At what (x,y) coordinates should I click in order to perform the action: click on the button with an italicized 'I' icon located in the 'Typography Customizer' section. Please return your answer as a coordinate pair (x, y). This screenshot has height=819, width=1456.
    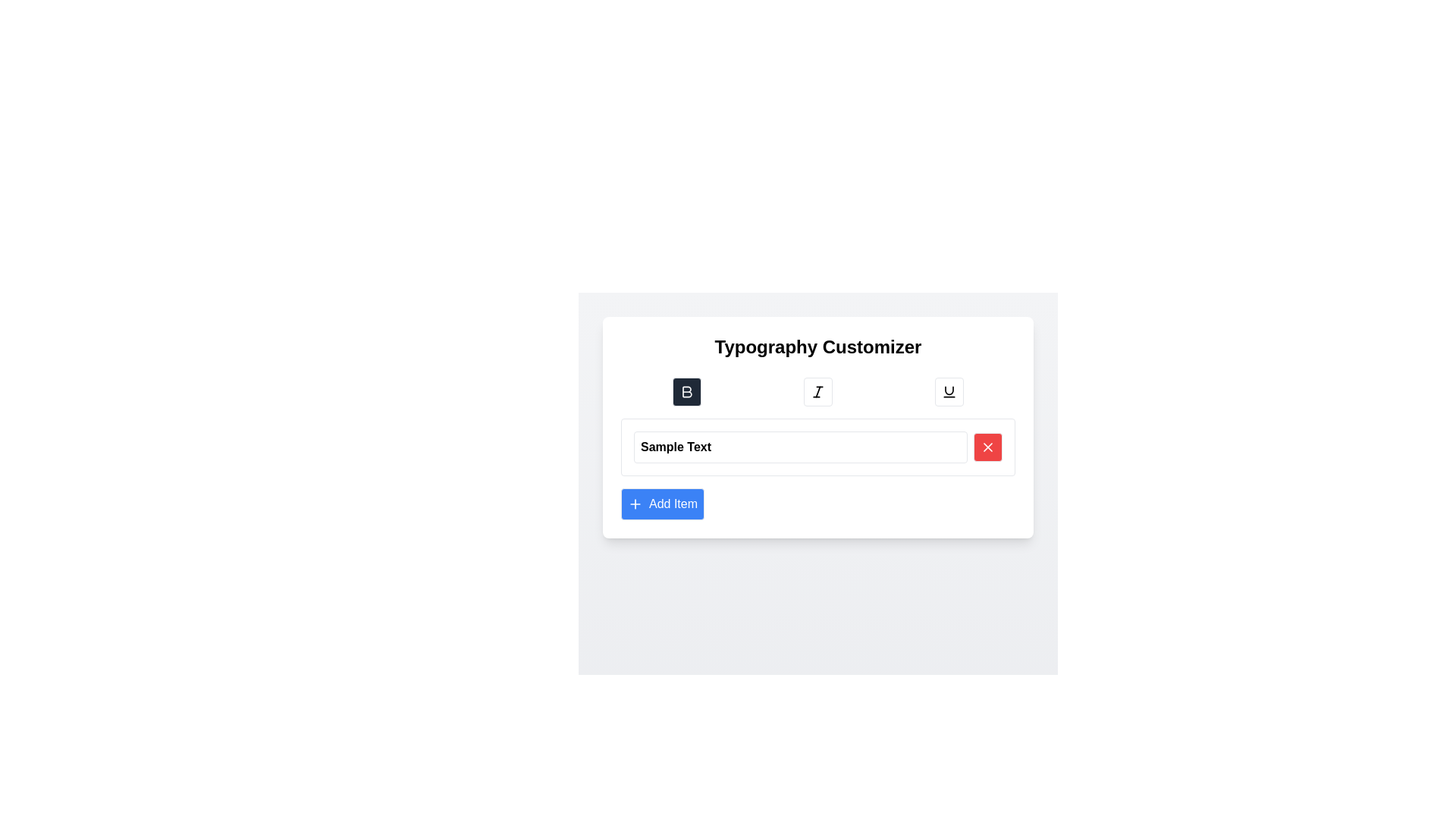
    Looking at the image, I should click on (817, 391).